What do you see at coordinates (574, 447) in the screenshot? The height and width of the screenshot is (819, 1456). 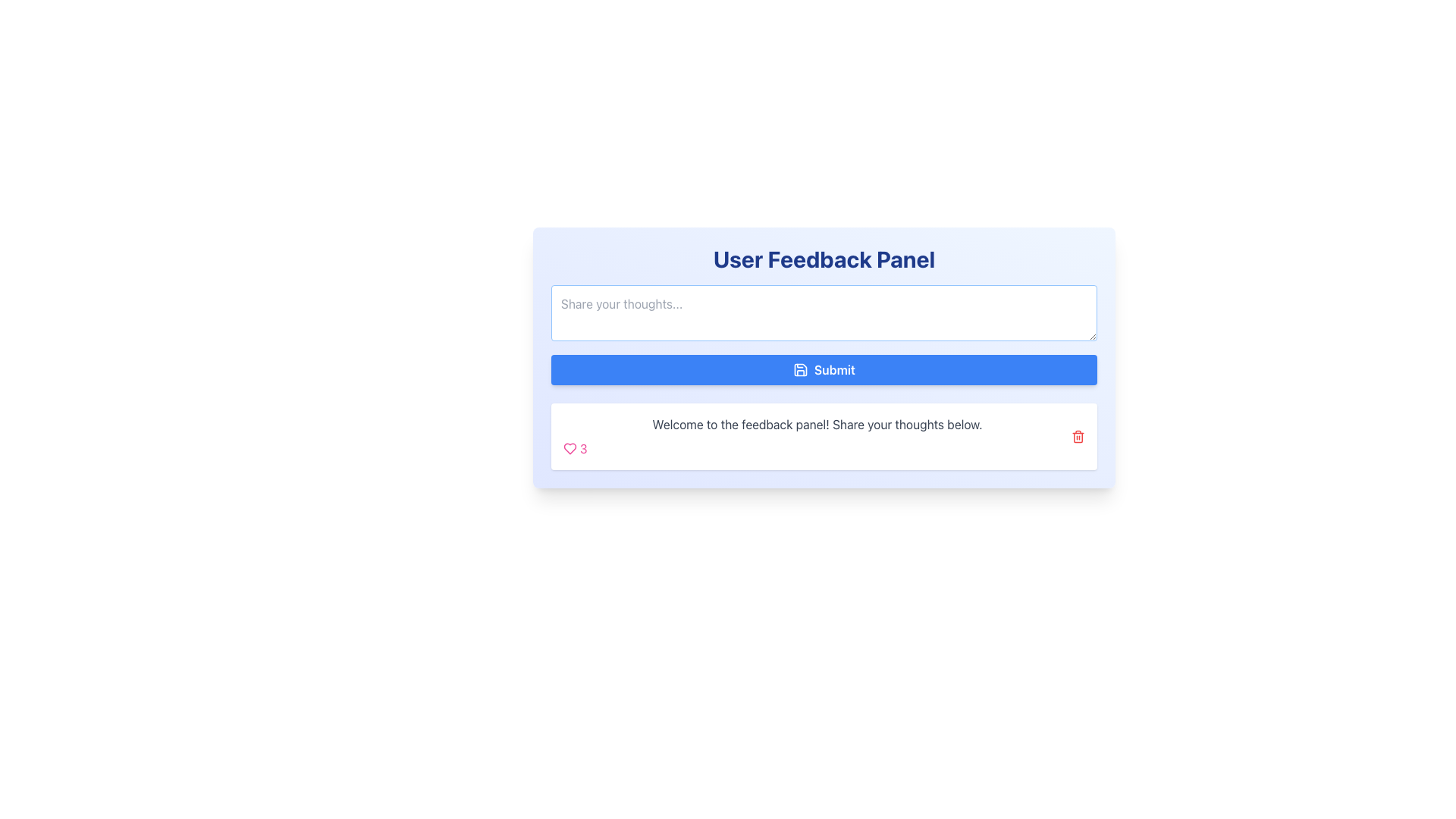 I see `the interactive button-like element containing an icon and text, which represents a like or appreciation count, located in the bottom section of the feedback panel` at bounding box center [574, 447].